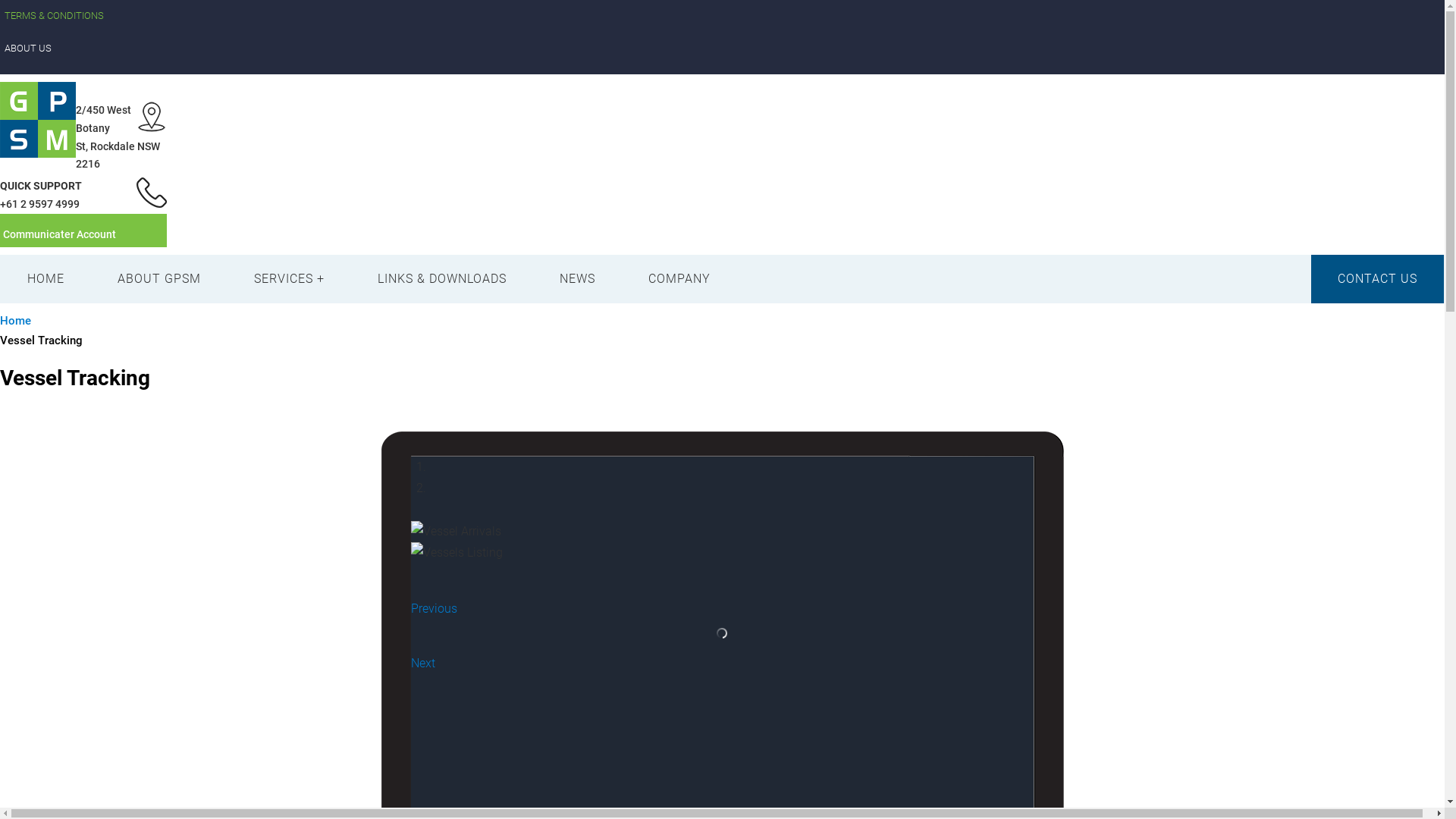 The image size is (1456, 819). Describe the element at coordinates (59, 234) in the screenshot. I see `'Communicater Account'` at that location.